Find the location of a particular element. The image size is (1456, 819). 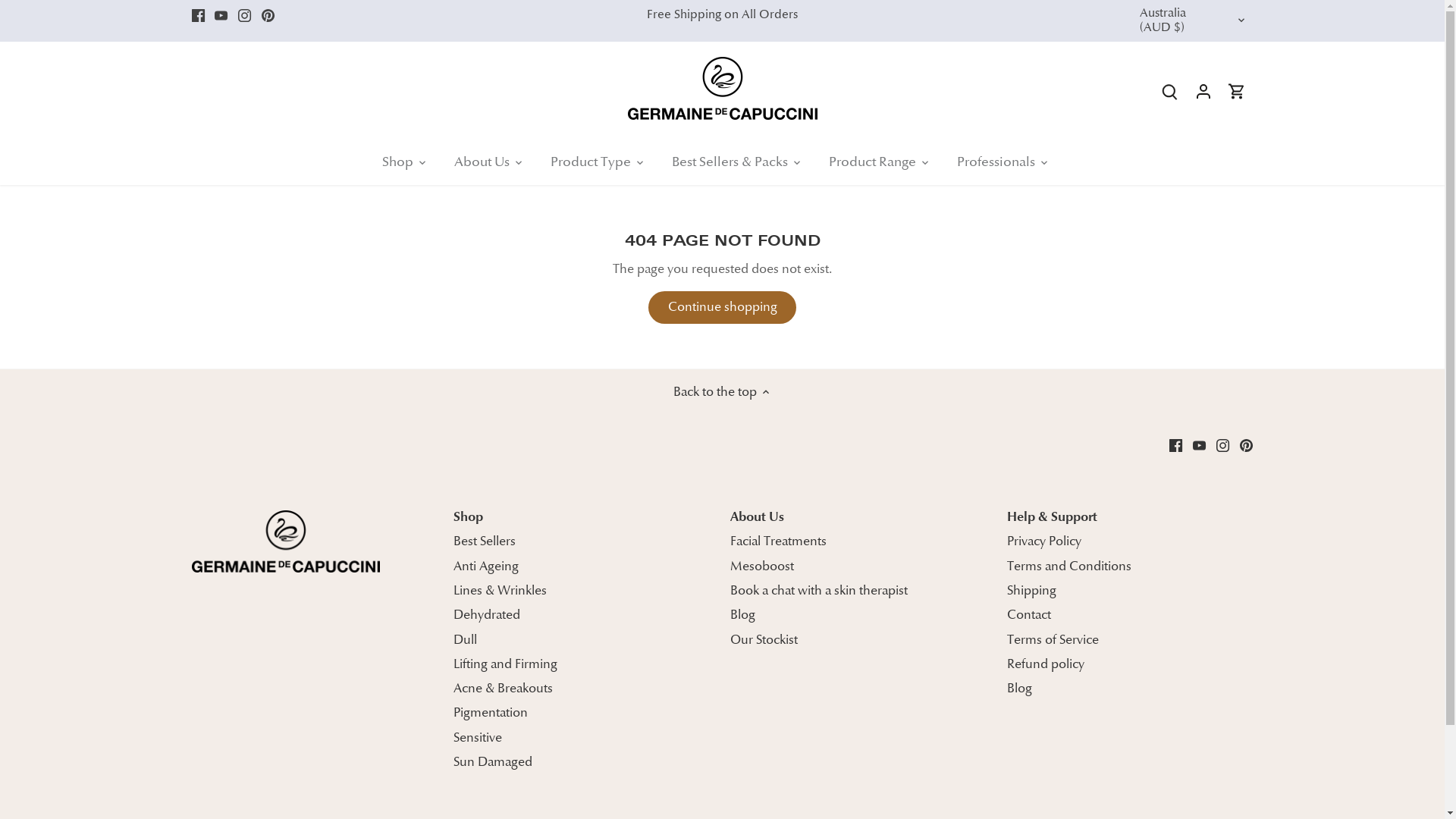

'Pigmentation' is located at coordinates (491, 713).